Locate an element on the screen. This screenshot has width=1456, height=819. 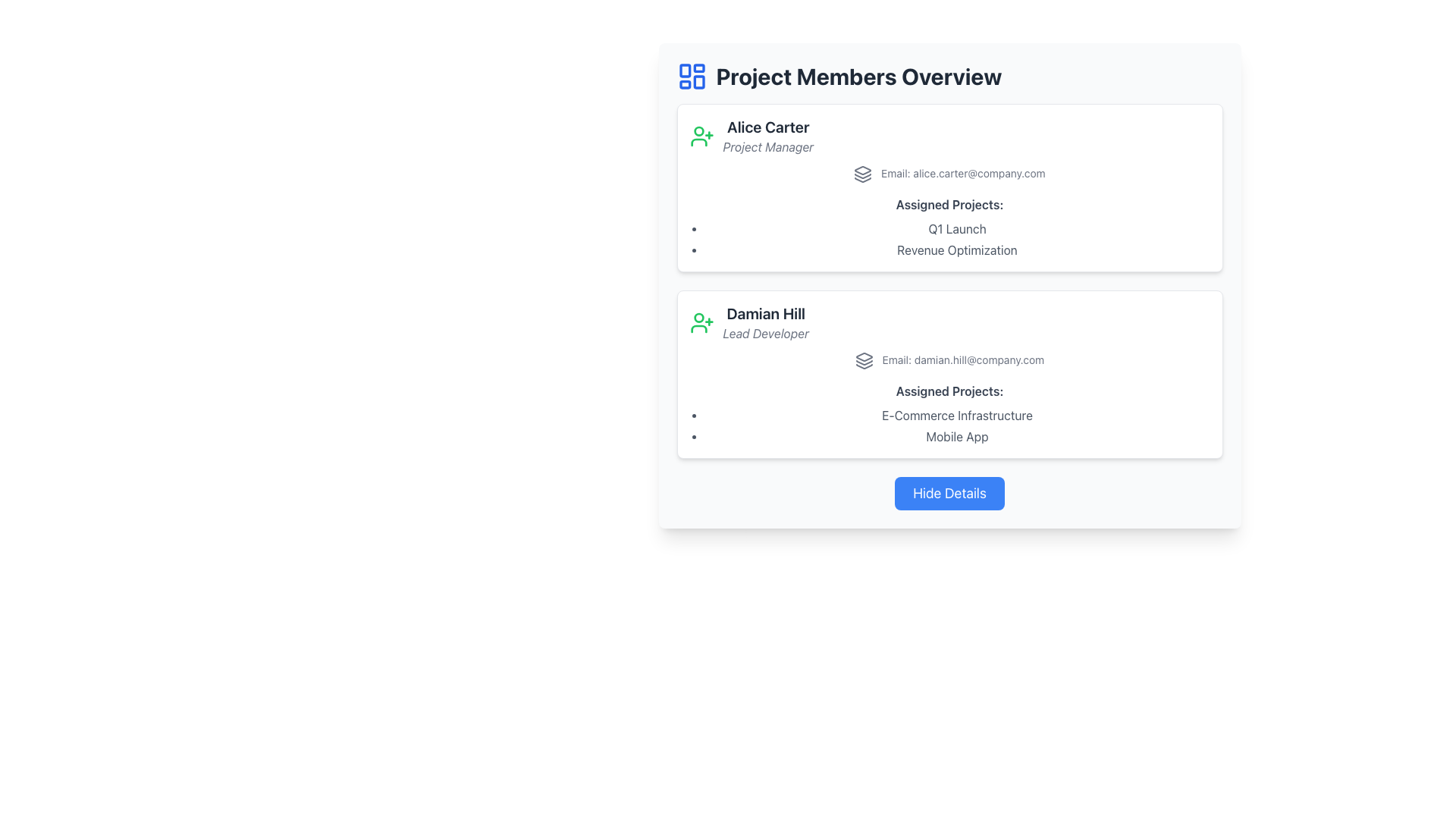
the third rectangular decorative icon component within the SVG graphic located in the top-left corner of the interface is located at coordinates (698, 82).